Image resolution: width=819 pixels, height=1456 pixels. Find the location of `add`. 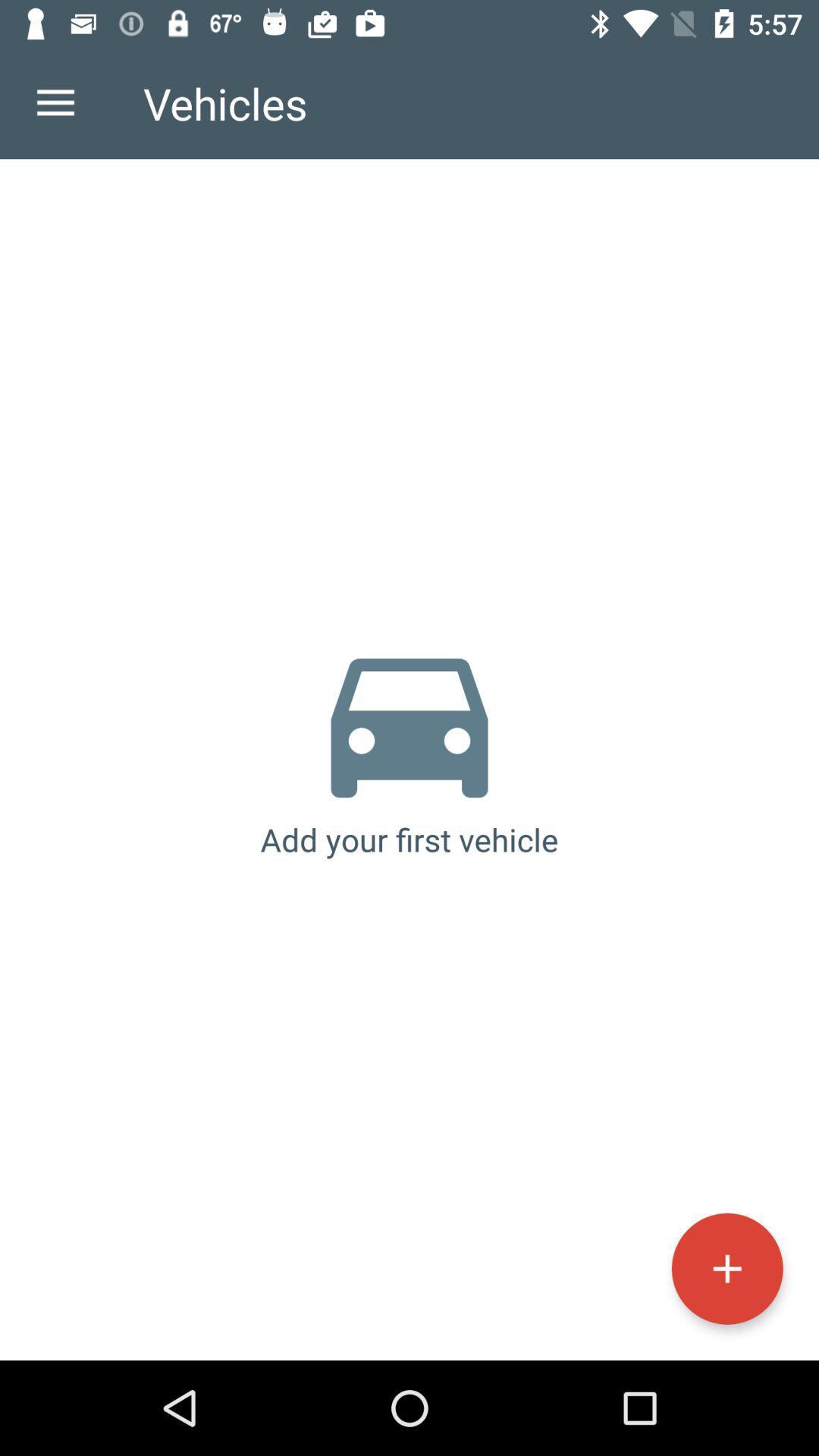

add is located at coordinates (726, 1269).